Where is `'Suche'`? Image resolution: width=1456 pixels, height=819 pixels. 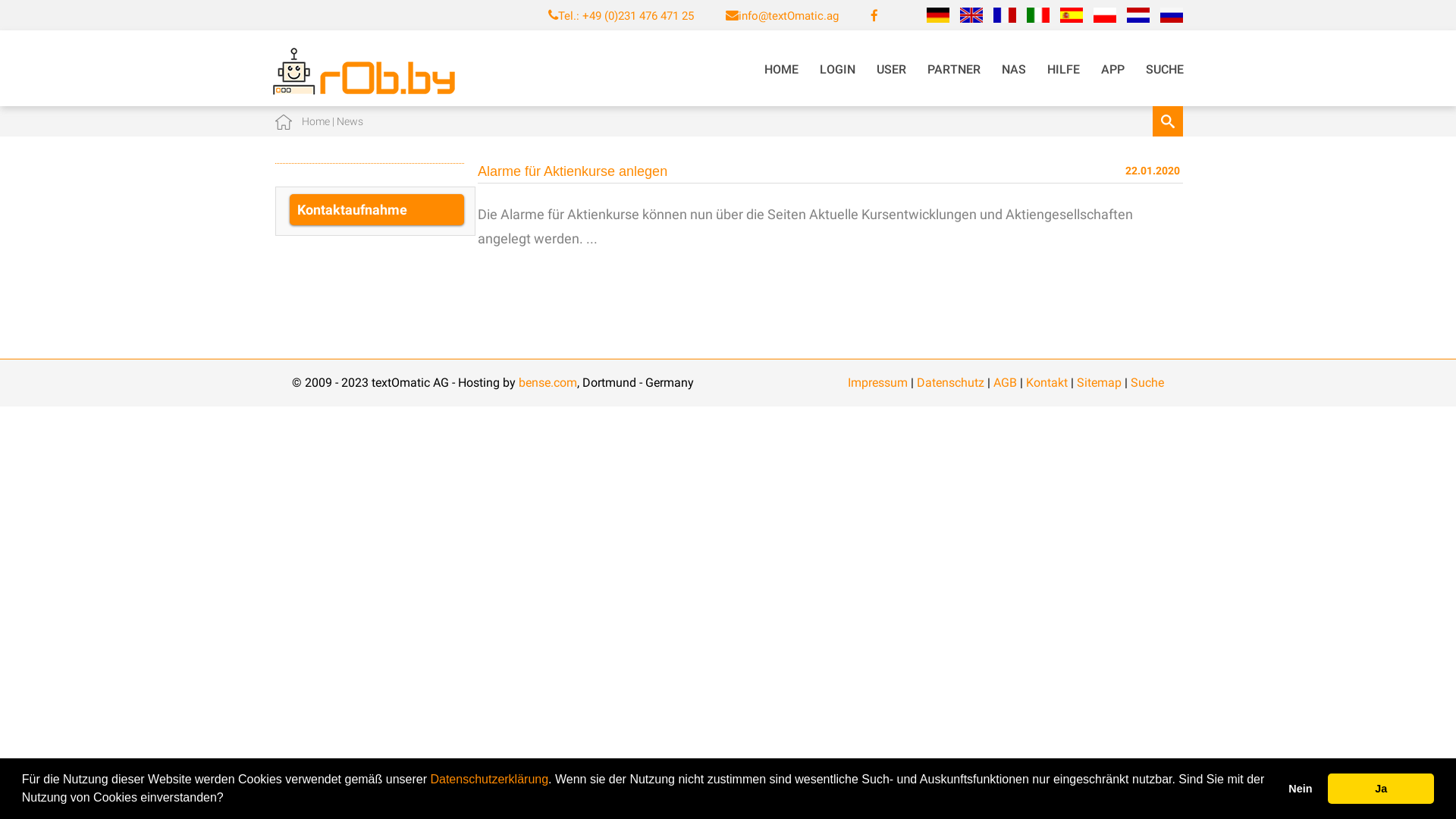 'Suche' is located at coordinates (1147, 381).